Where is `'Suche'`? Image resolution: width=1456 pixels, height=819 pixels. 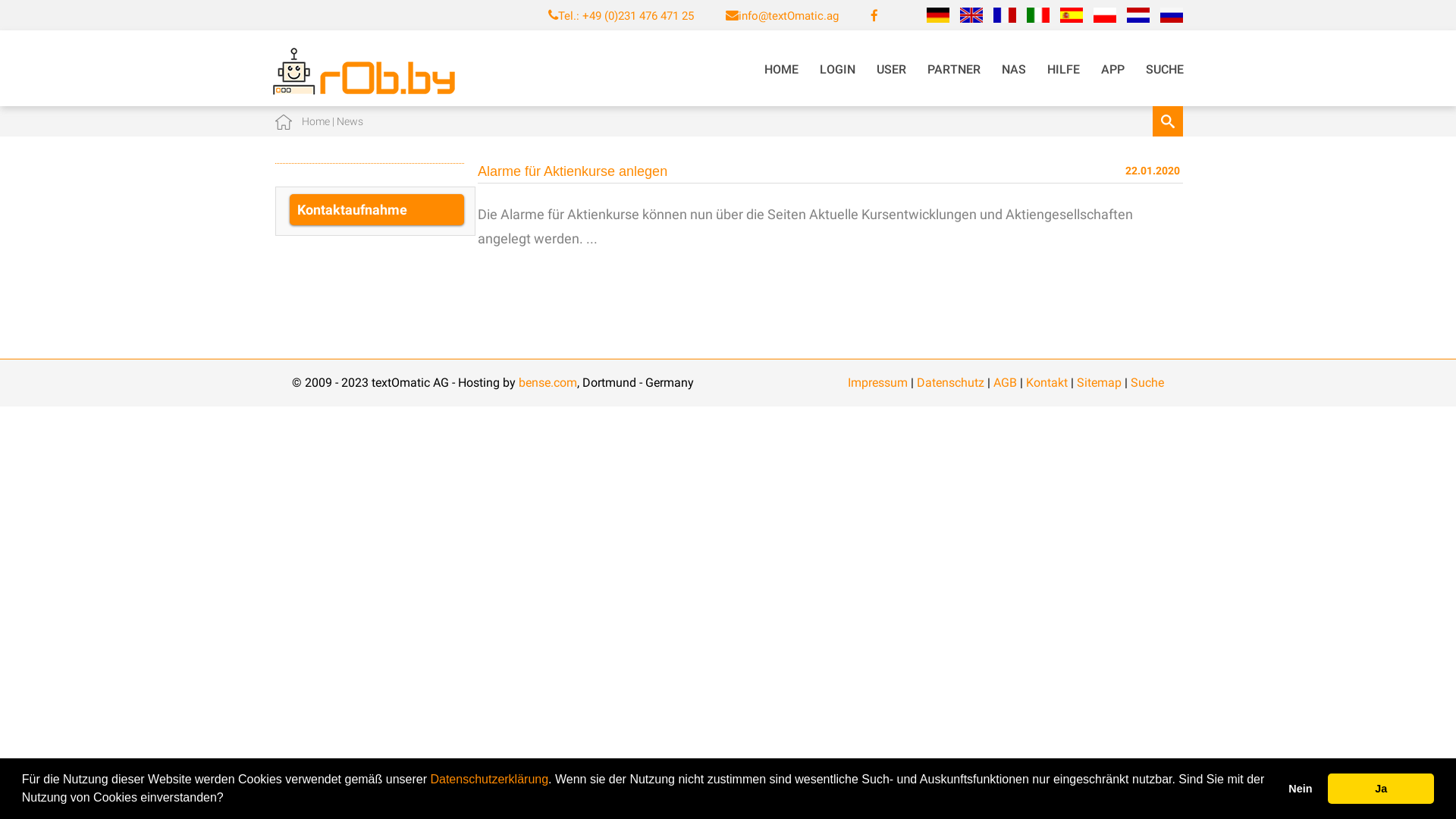 'Suche' is located at coordinates (1147, 381).